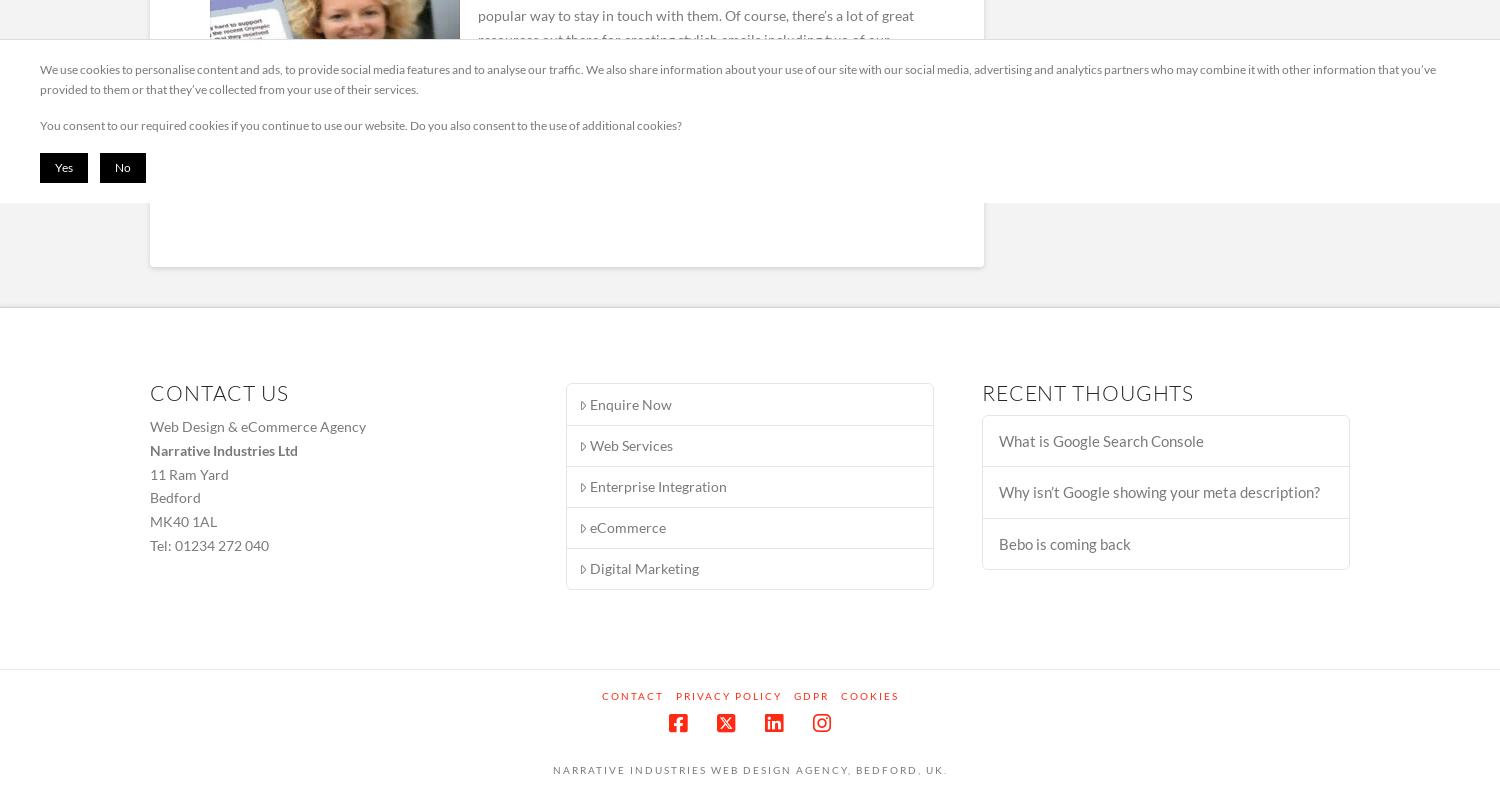  I want to click on 'MailChimp', so click(581, 61).